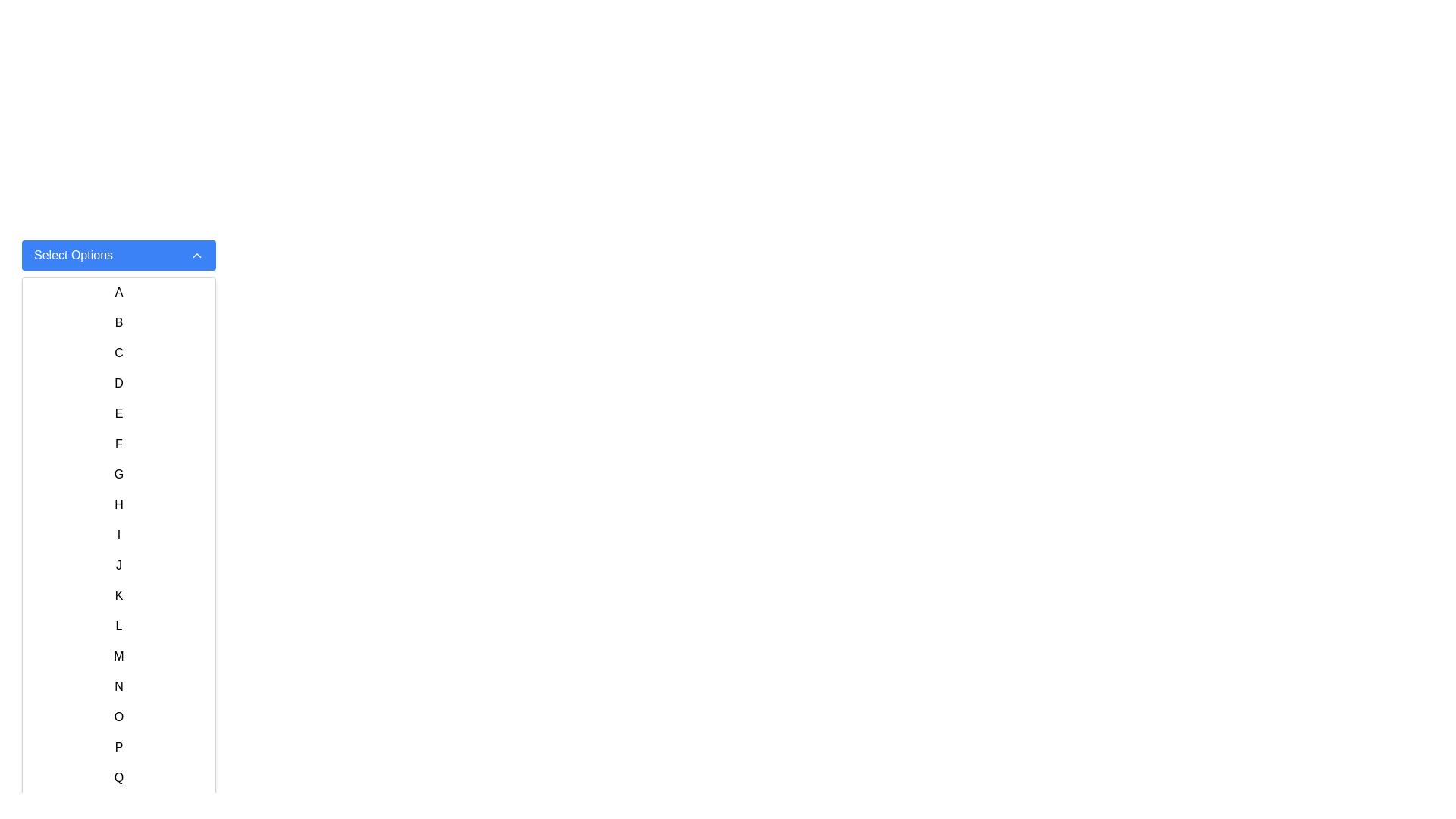 The height and width of the screenshot is (819, 1456). I want to click on the third selectable option in the 'Select Options' dropdown menu, so click(118, 353).